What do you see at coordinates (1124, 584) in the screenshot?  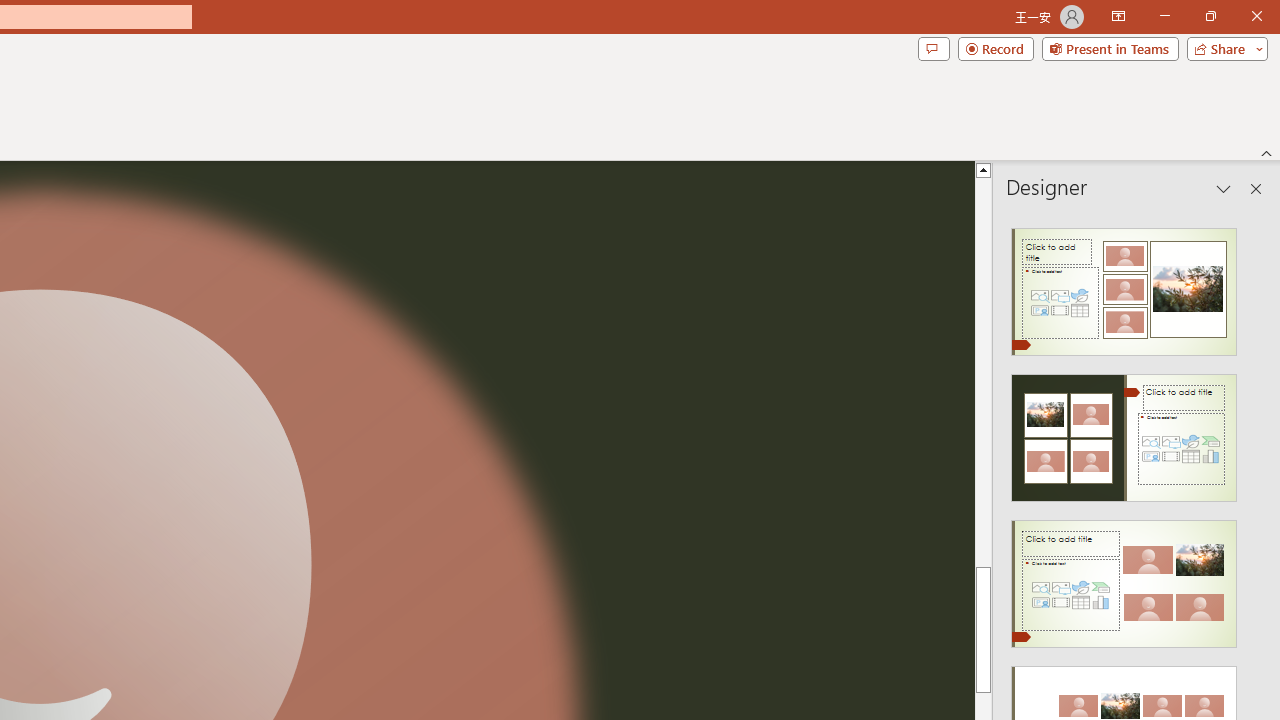 I see `'Class: NetUIImage'` at bounding box center [1124, 584].